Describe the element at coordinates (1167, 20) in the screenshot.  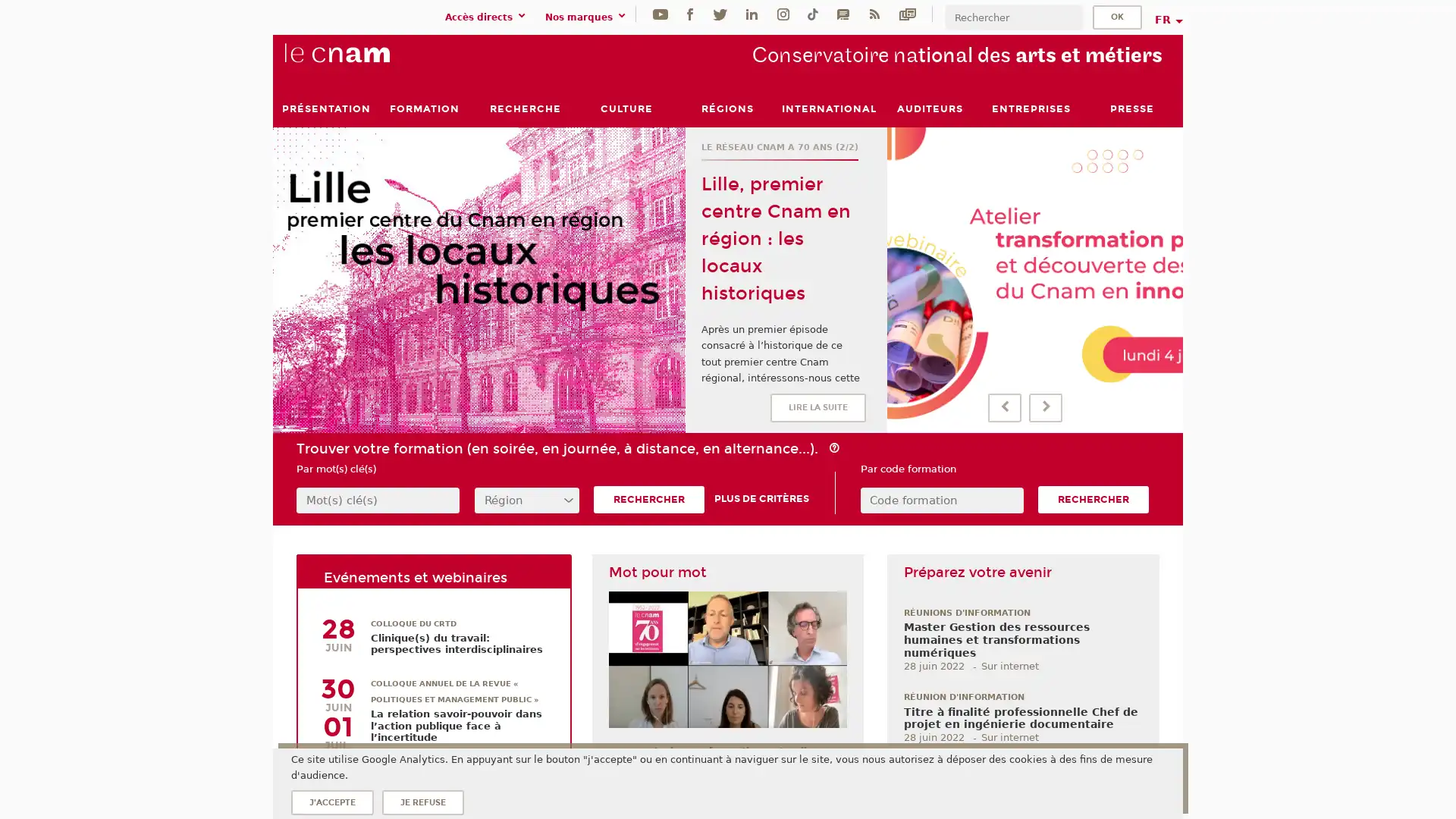
I see `FR` at that location.